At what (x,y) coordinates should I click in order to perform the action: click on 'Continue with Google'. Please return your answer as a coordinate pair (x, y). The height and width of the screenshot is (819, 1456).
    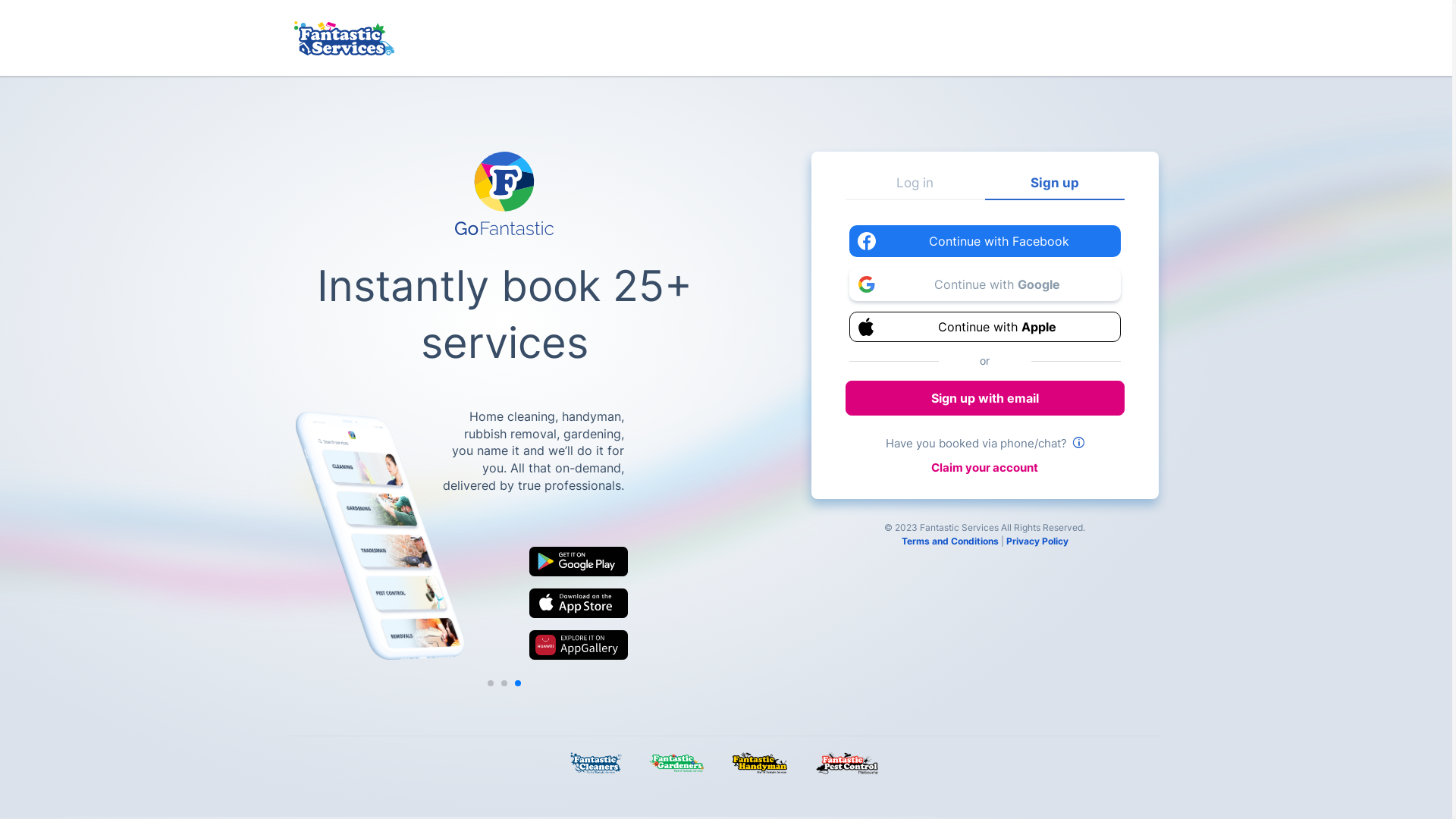
    Looking at the image, I should click on (985, 284).